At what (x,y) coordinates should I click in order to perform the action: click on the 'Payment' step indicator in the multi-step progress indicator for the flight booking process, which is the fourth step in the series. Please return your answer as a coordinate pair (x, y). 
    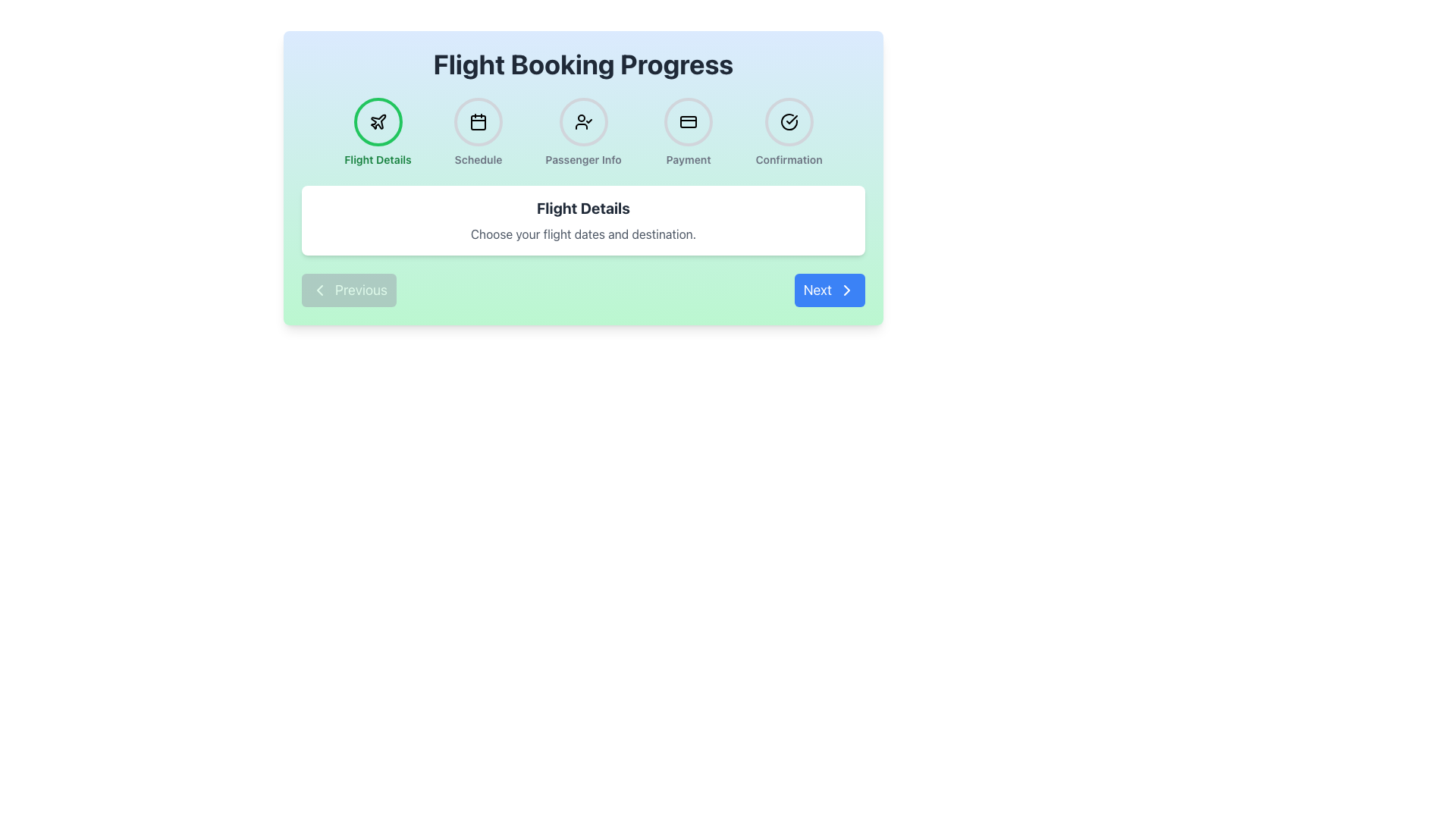
    Looking at the image, I should click on (688, 131).